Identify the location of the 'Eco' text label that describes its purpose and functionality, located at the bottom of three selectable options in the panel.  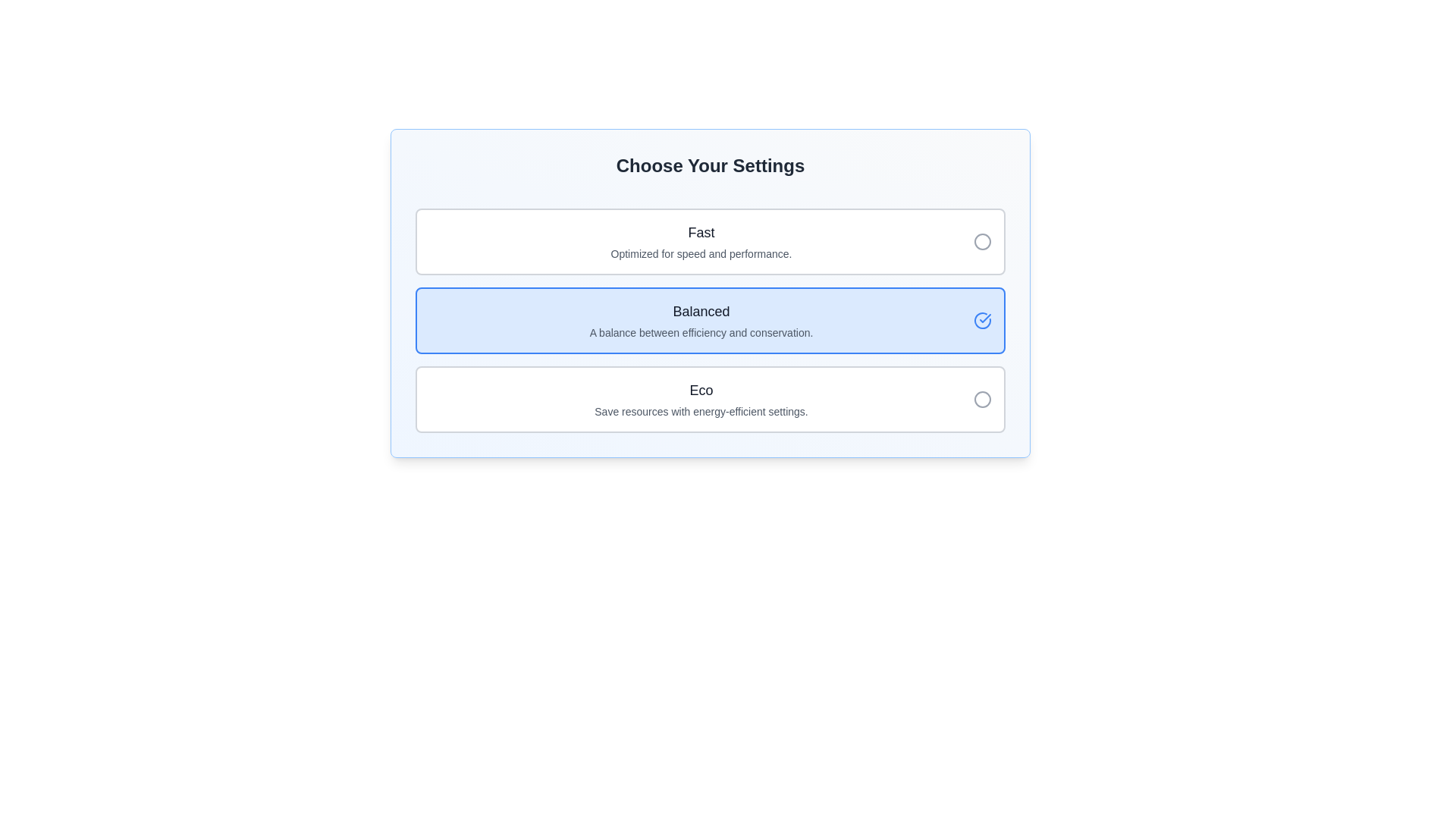
(701, 412).